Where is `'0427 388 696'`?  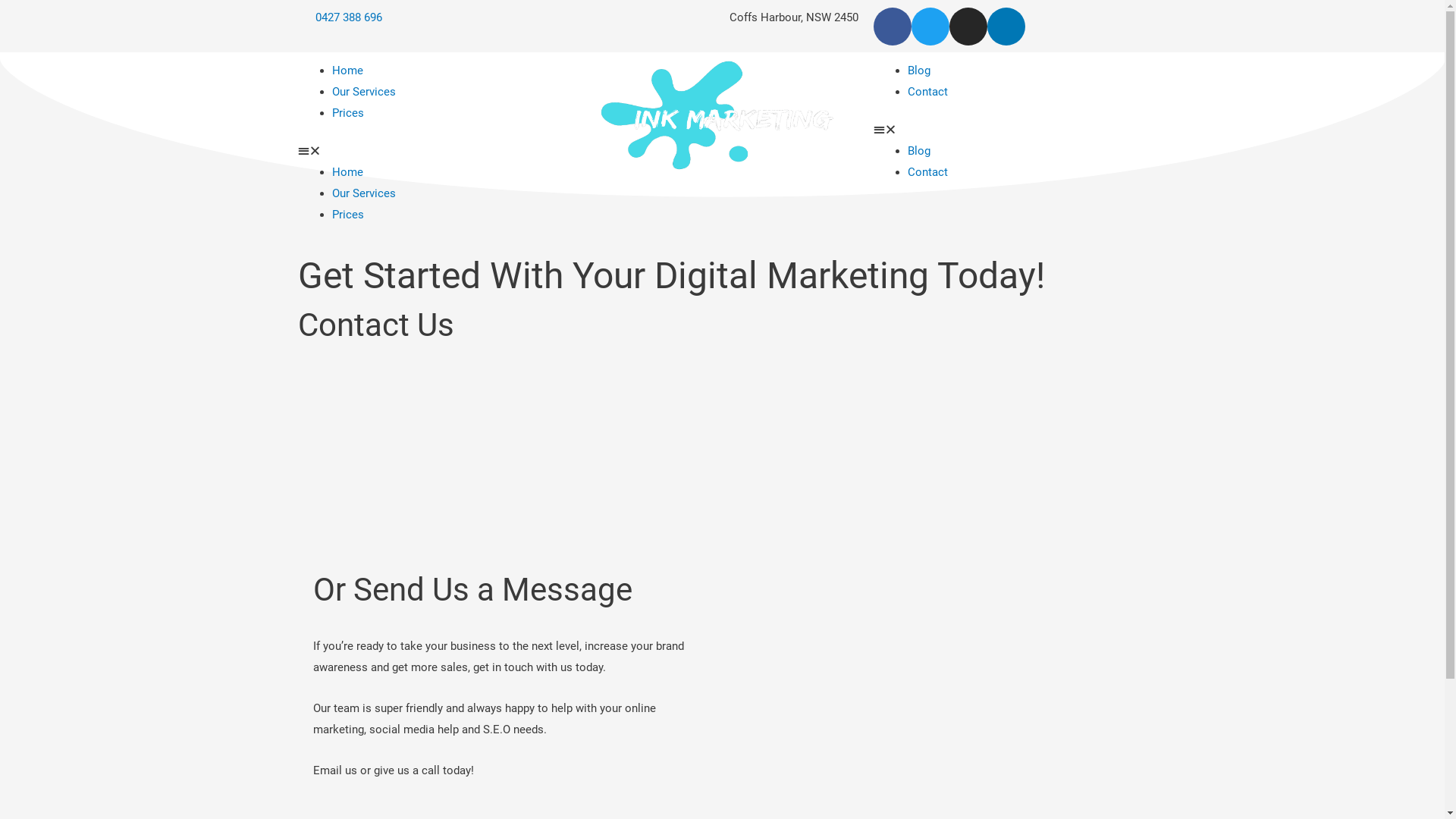
'0427 388 696' is located at coordinates (338, 17).